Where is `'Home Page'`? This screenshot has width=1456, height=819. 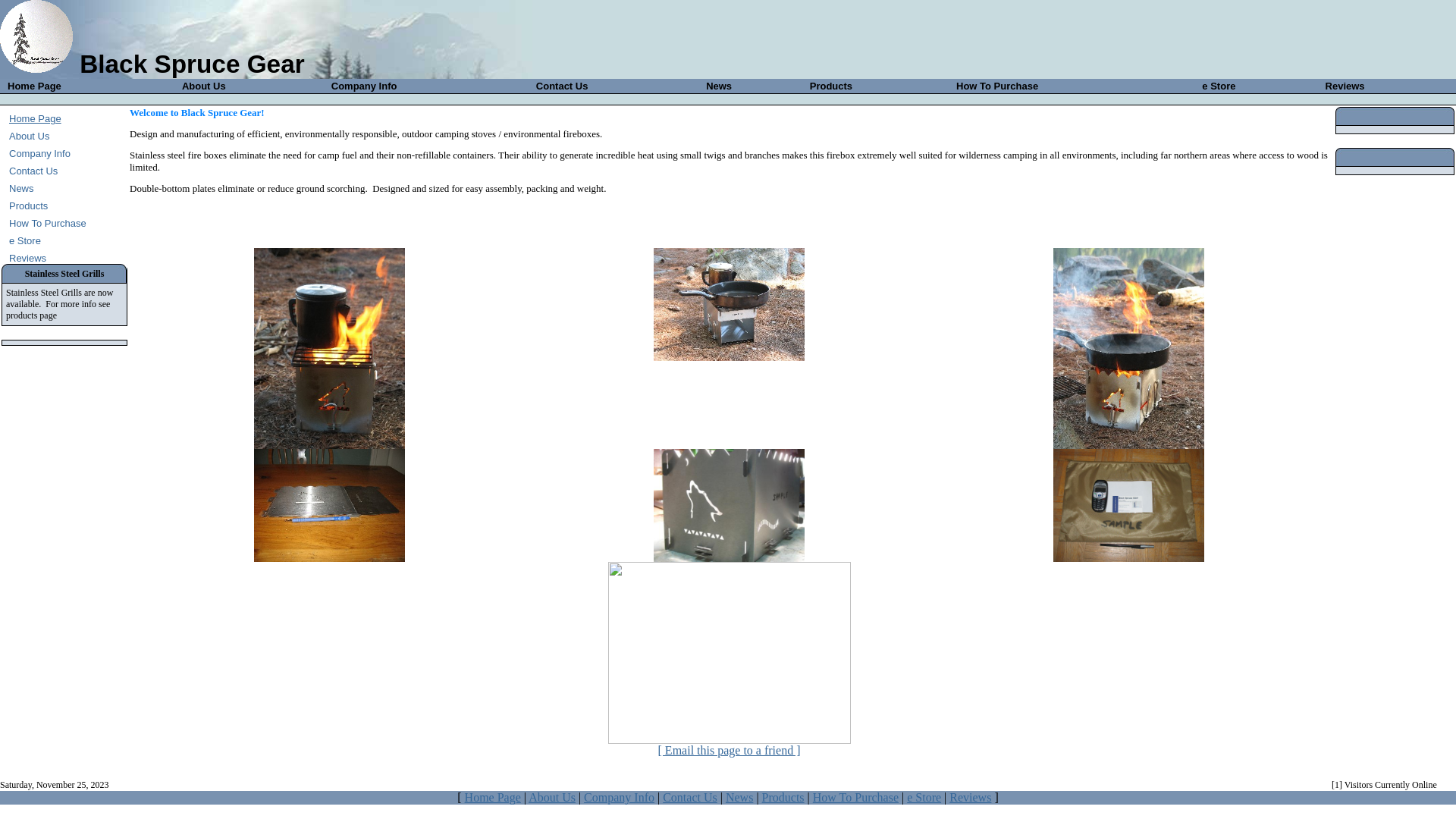 'Home Page' is located at coordinates (492, 796).